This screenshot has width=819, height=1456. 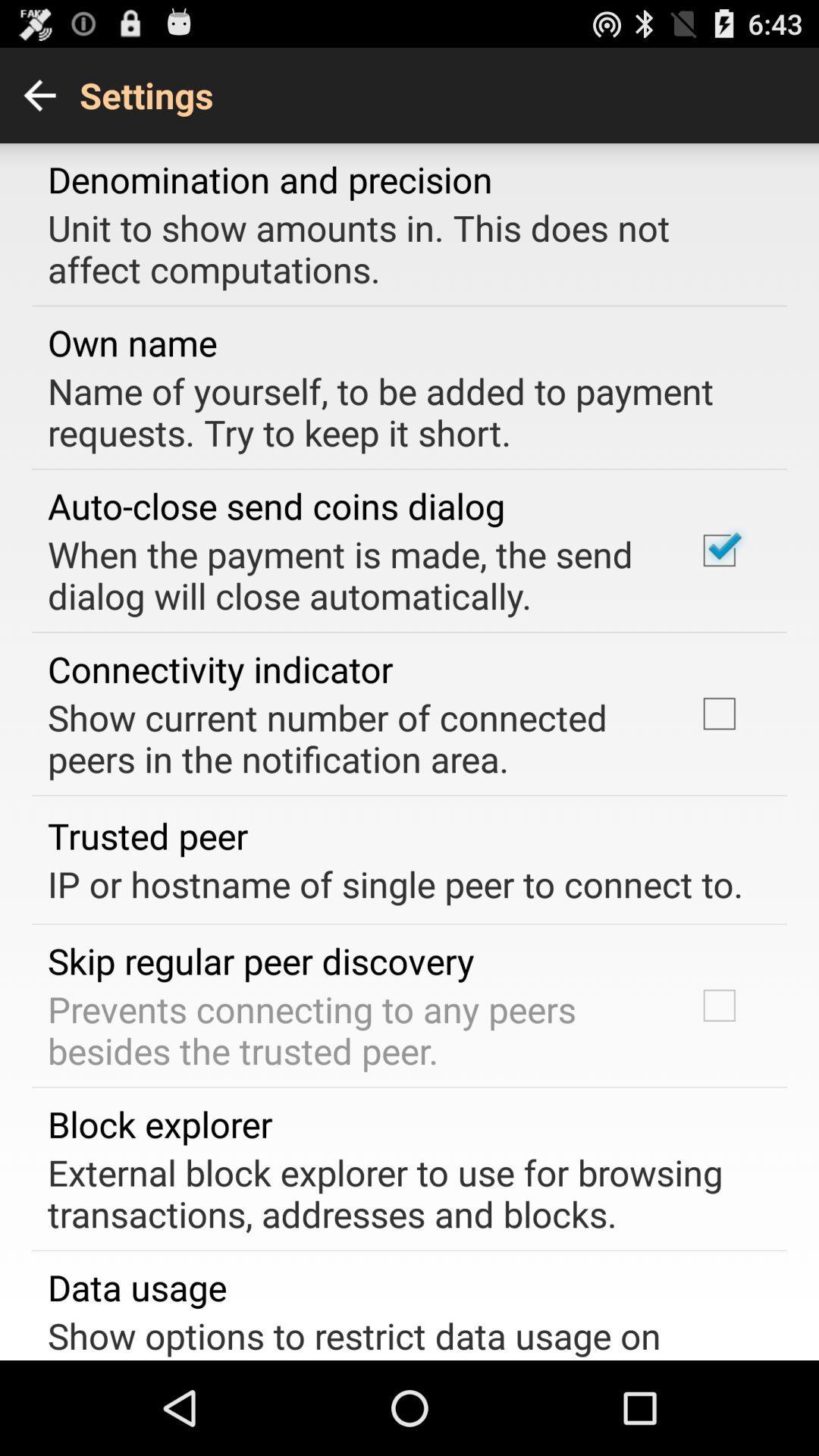 I want to click on prevents connecting to, so click(x=351, y=1030).